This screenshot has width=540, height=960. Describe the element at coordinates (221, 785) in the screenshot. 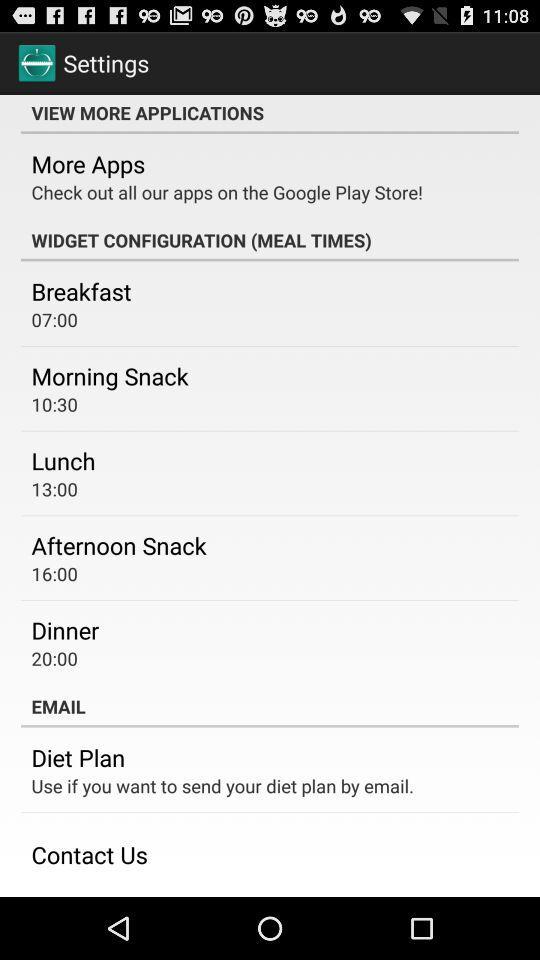

I see `the app below the diet plan icon` at that location.